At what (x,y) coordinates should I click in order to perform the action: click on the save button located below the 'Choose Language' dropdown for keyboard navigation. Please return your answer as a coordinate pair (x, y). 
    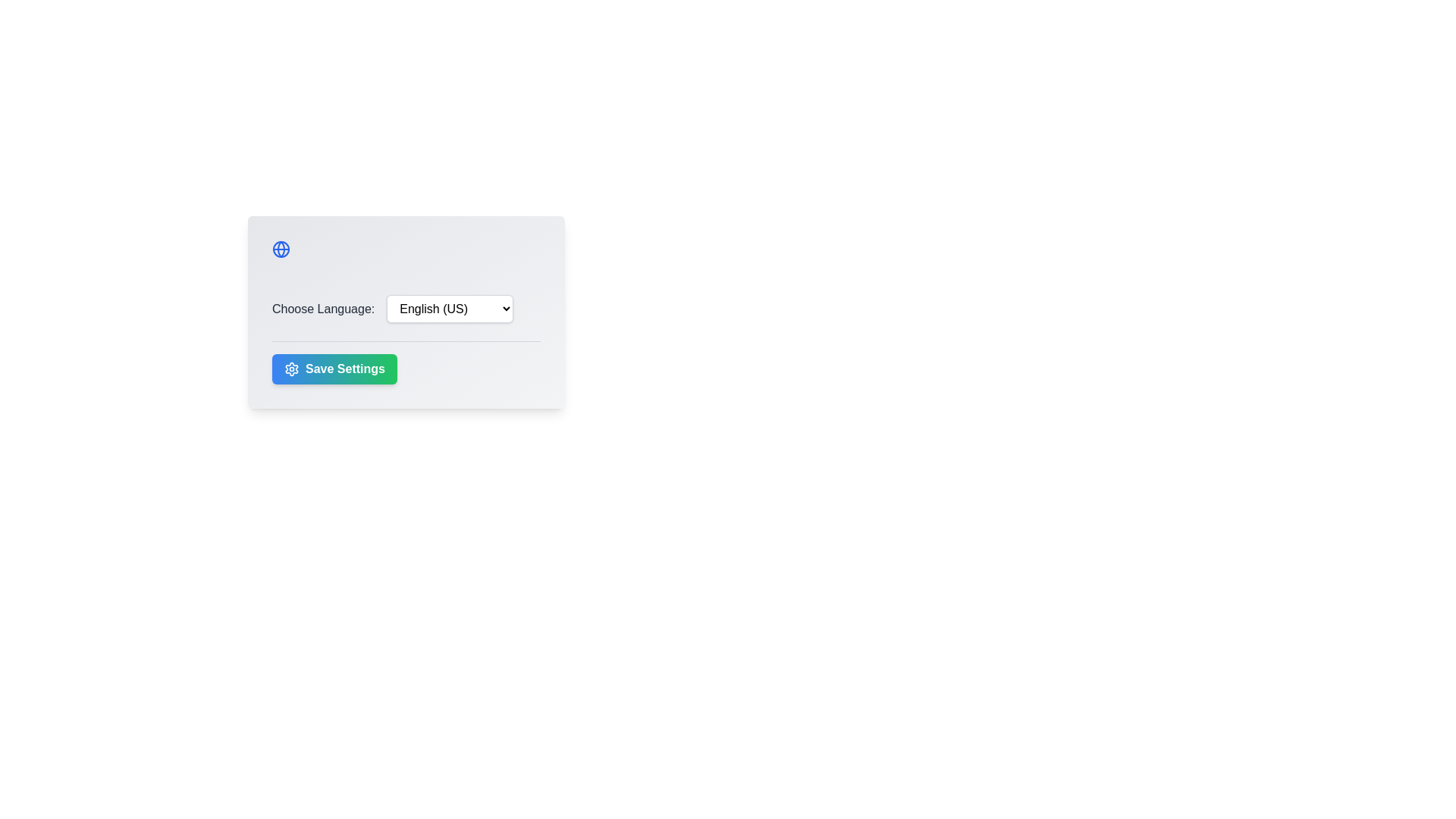
    Looking at the image, I should click on (334, 369).